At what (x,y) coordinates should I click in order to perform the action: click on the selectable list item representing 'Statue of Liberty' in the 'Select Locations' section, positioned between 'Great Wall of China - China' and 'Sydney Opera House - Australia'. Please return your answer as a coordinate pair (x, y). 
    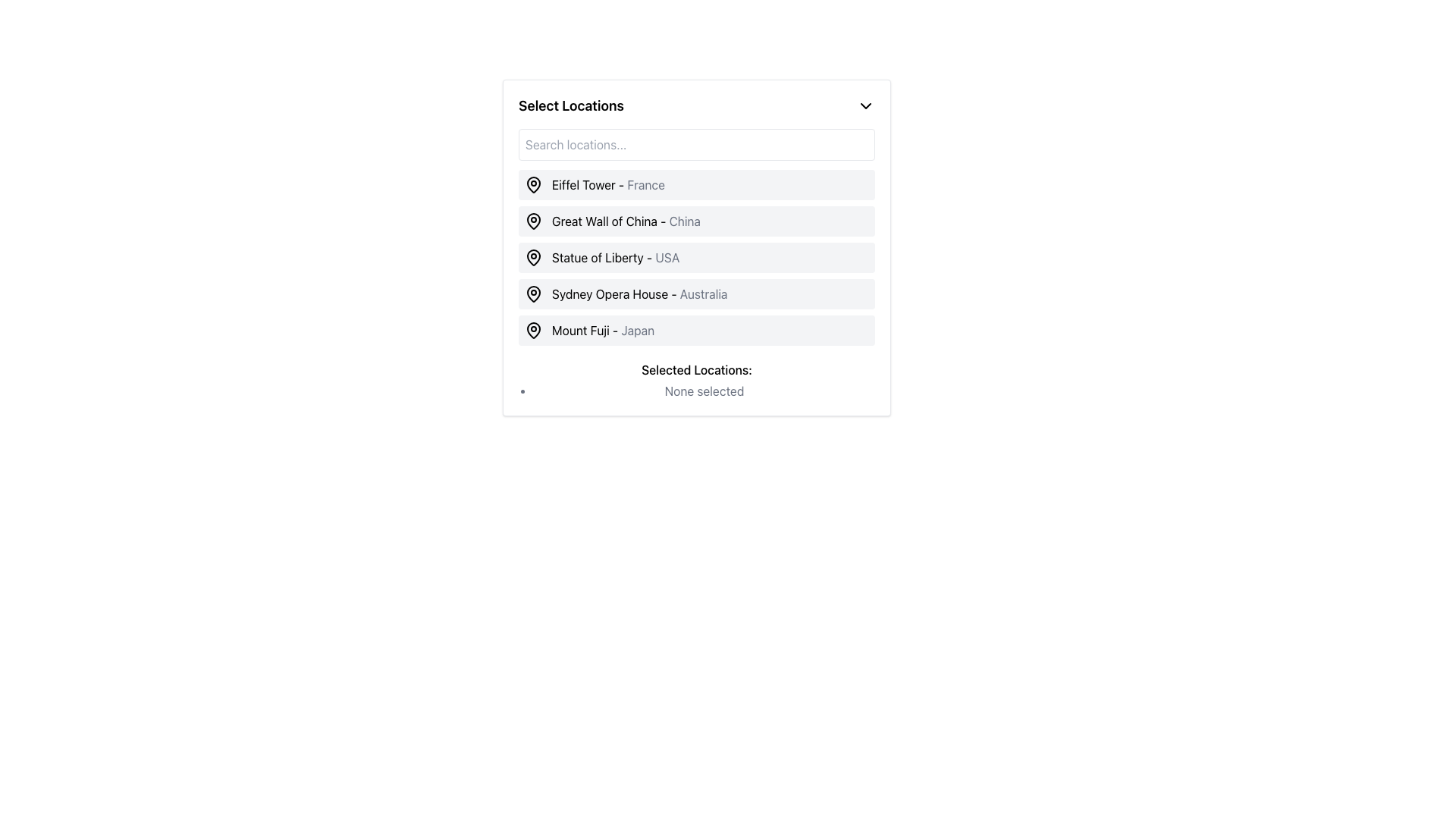
    Looking at the image, I should click on (695, 256).